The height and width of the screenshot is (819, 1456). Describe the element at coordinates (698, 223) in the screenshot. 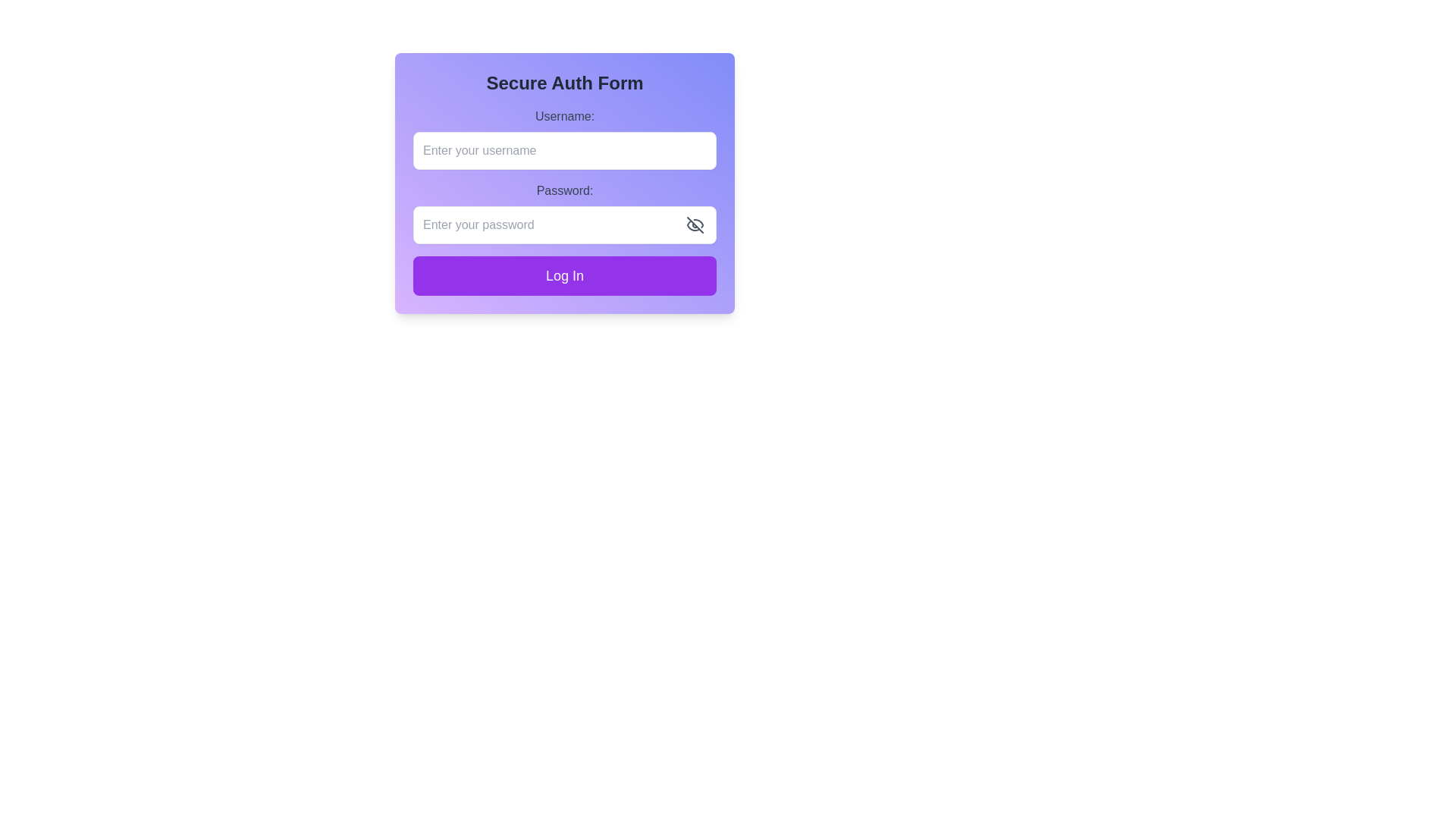

I see `the upper arc of the hidden eye motif icon, which is part of the eye-off icon SVG located near the password input field` at that location.